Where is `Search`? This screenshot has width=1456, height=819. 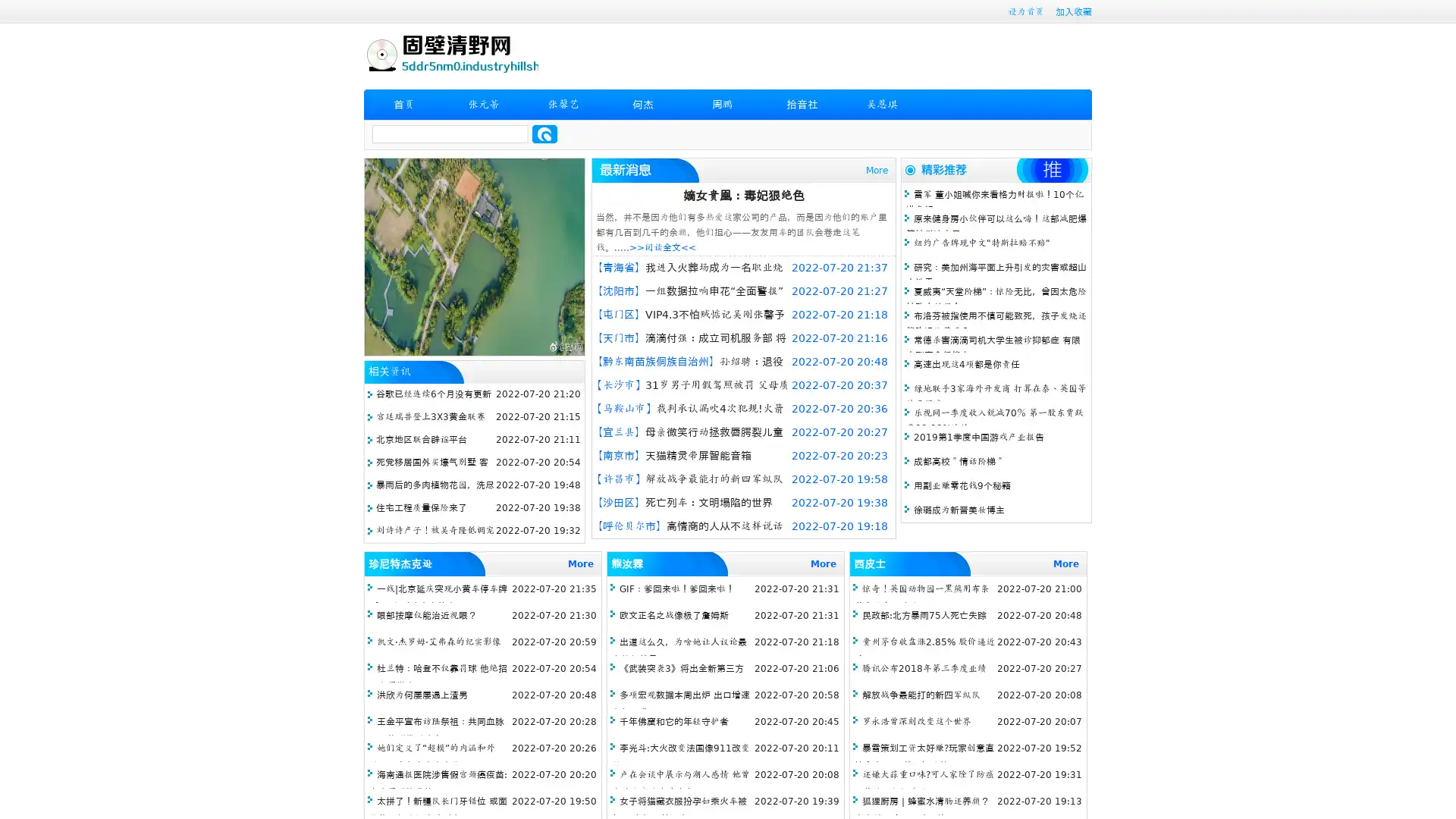
Search is located at coordinates (544, 133).